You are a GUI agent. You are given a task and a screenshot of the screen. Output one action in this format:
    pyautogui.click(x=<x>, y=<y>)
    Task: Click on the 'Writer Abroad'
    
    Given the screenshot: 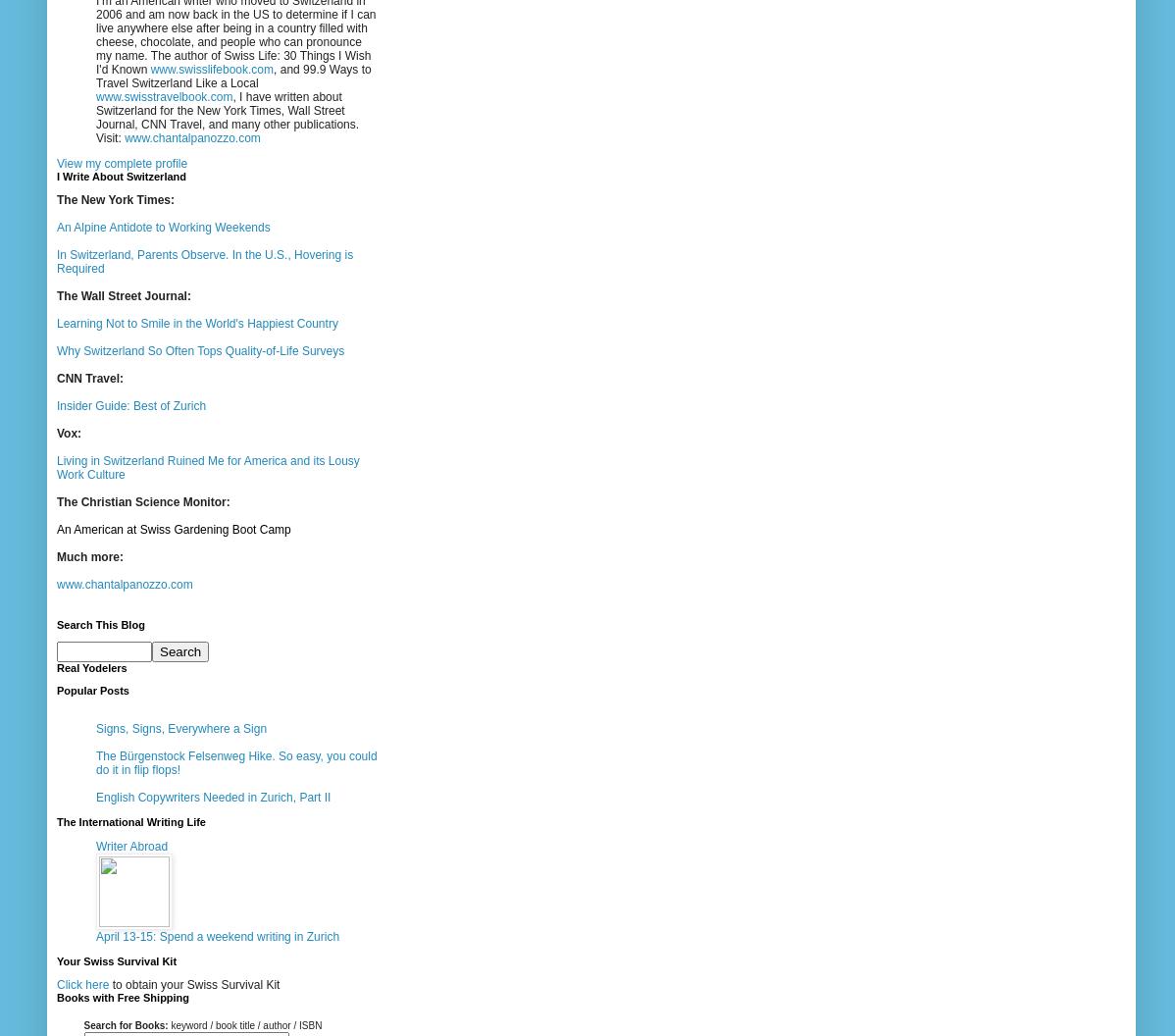 What is the action you would take?
    pyautogui.click(x=95, y=845)
    